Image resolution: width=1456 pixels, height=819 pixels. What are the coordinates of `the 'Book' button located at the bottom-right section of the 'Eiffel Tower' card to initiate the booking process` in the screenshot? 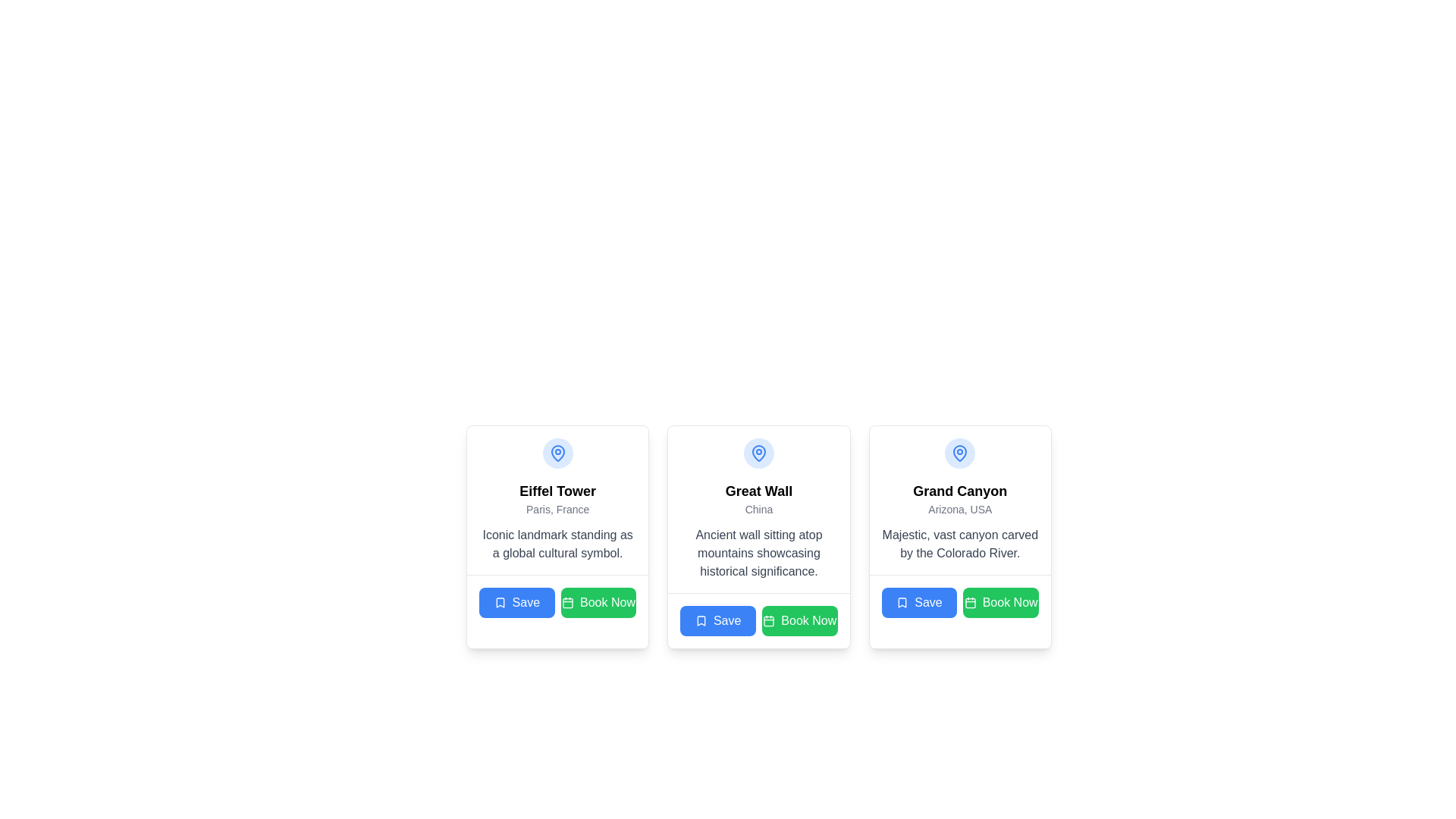 It's located at (598, 601).